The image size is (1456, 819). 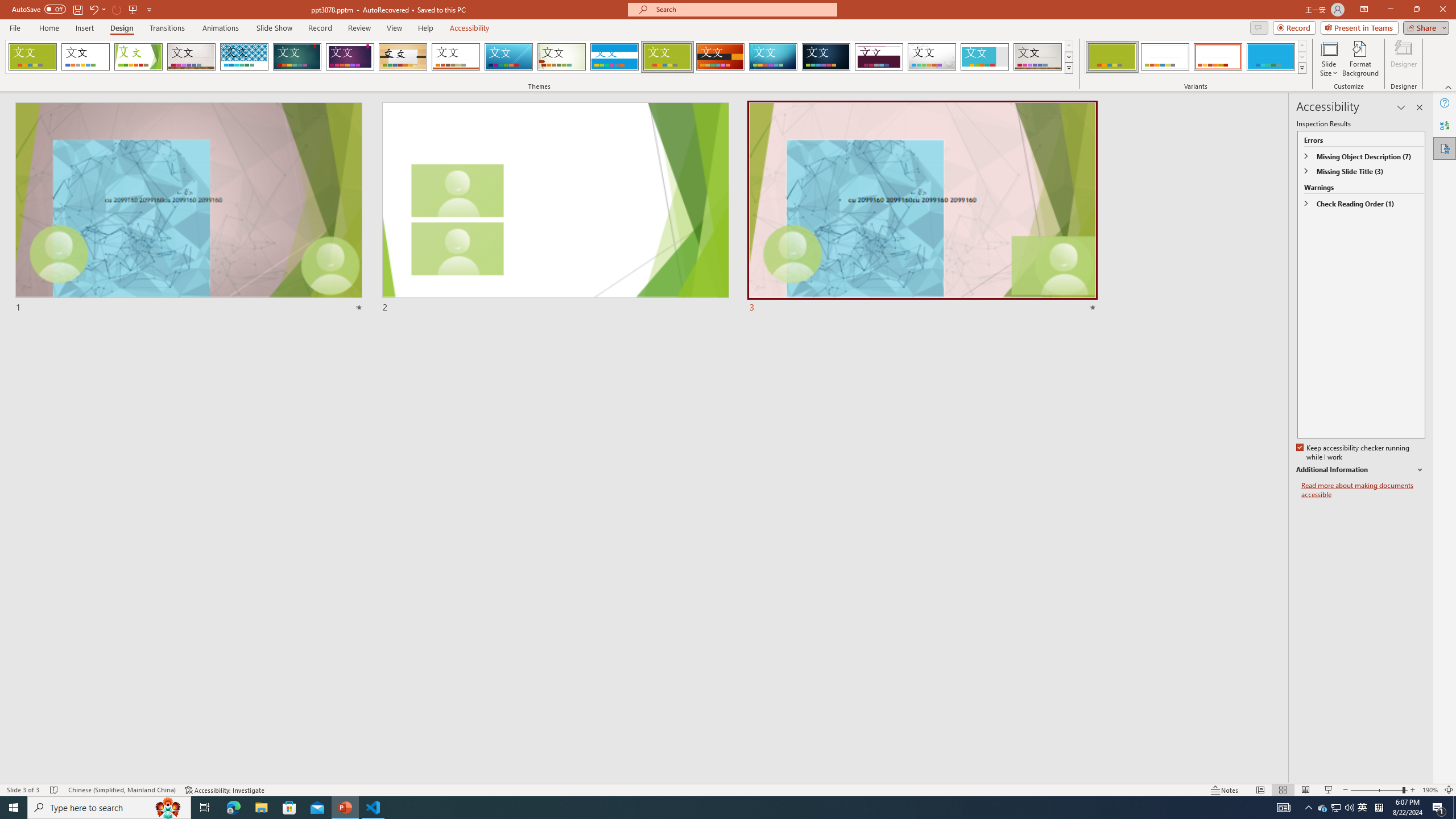 I want to click on 'Wisp', so click(x=561, y=56).